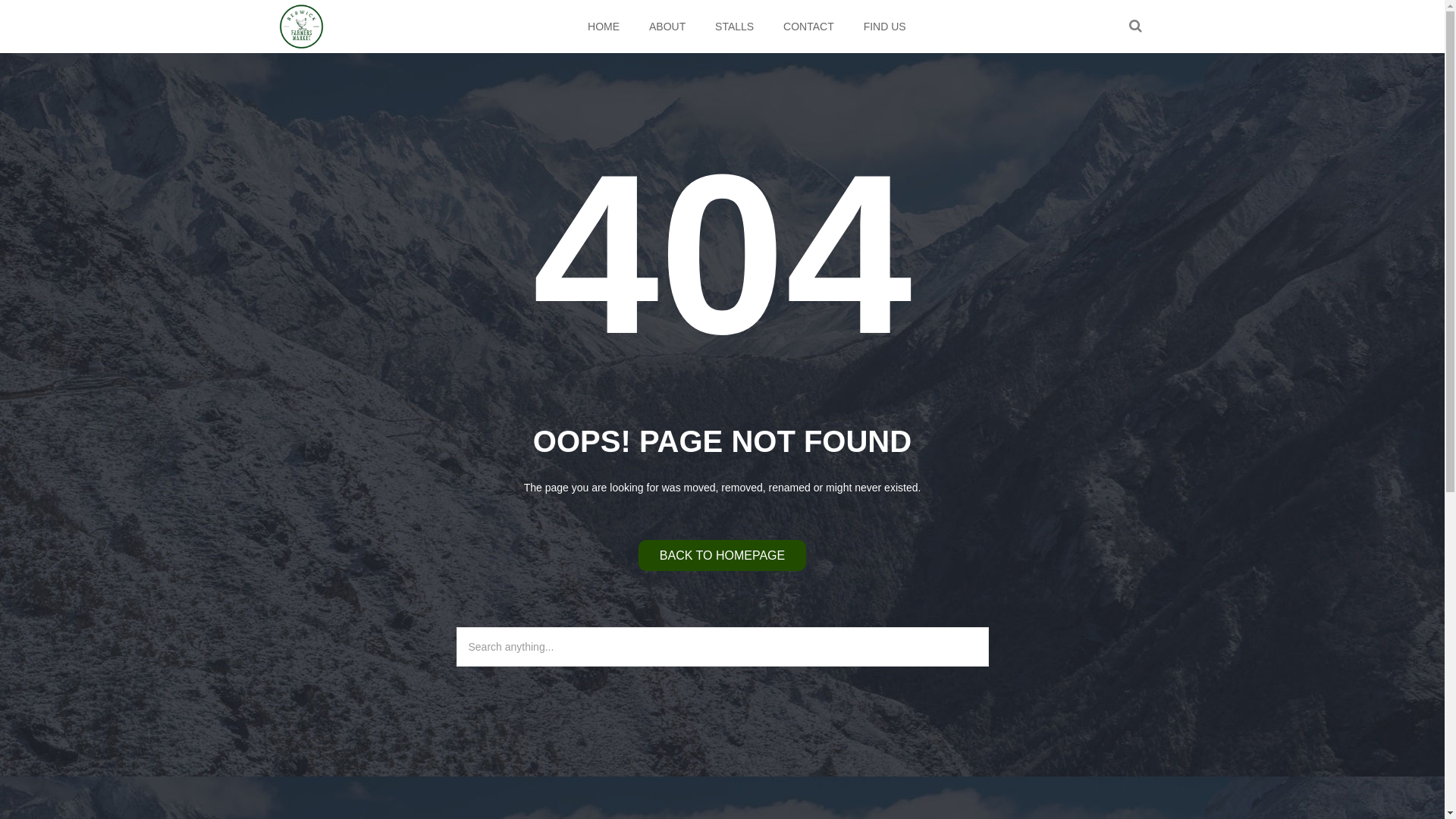 The width and height of the screenshot is (1456, 819). What do you see at coordinates (302, 26) in the screenshot?
I see `'Berwick Farmers Market'` at bounding box center [302, 26].